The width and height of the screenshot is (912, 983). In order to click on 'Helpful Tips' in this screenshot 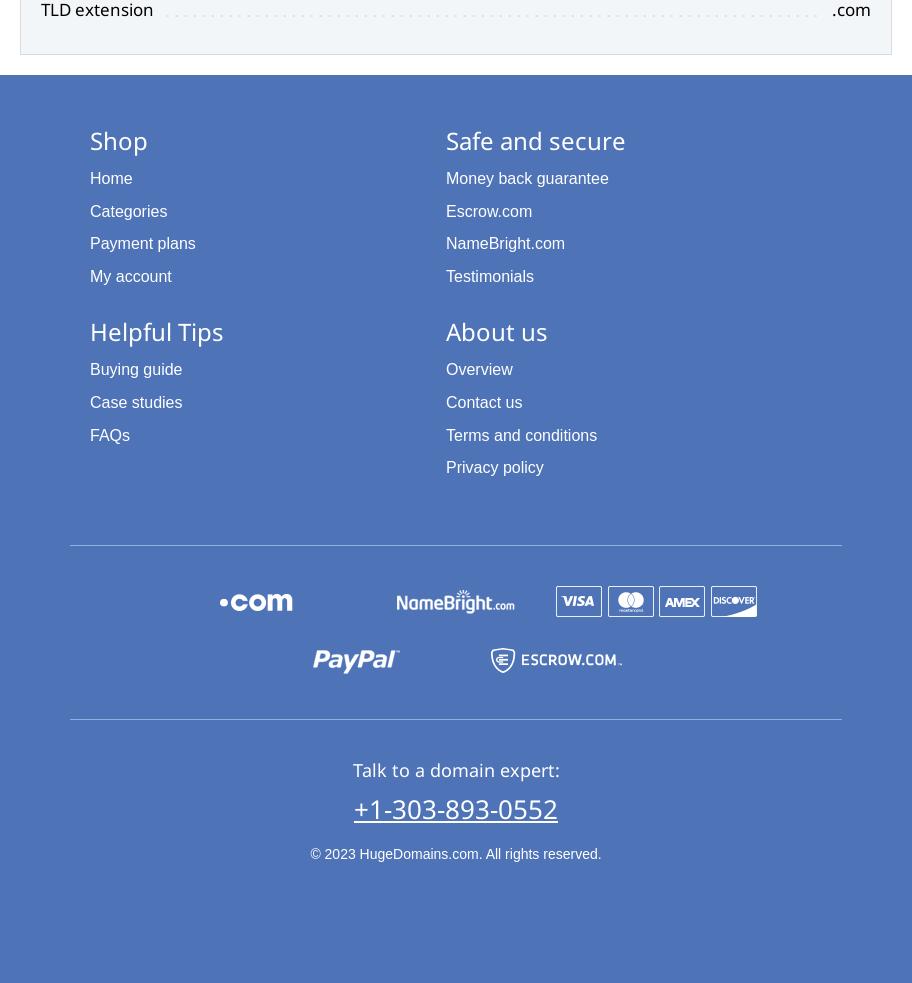, I will do `click(90, 329)`.